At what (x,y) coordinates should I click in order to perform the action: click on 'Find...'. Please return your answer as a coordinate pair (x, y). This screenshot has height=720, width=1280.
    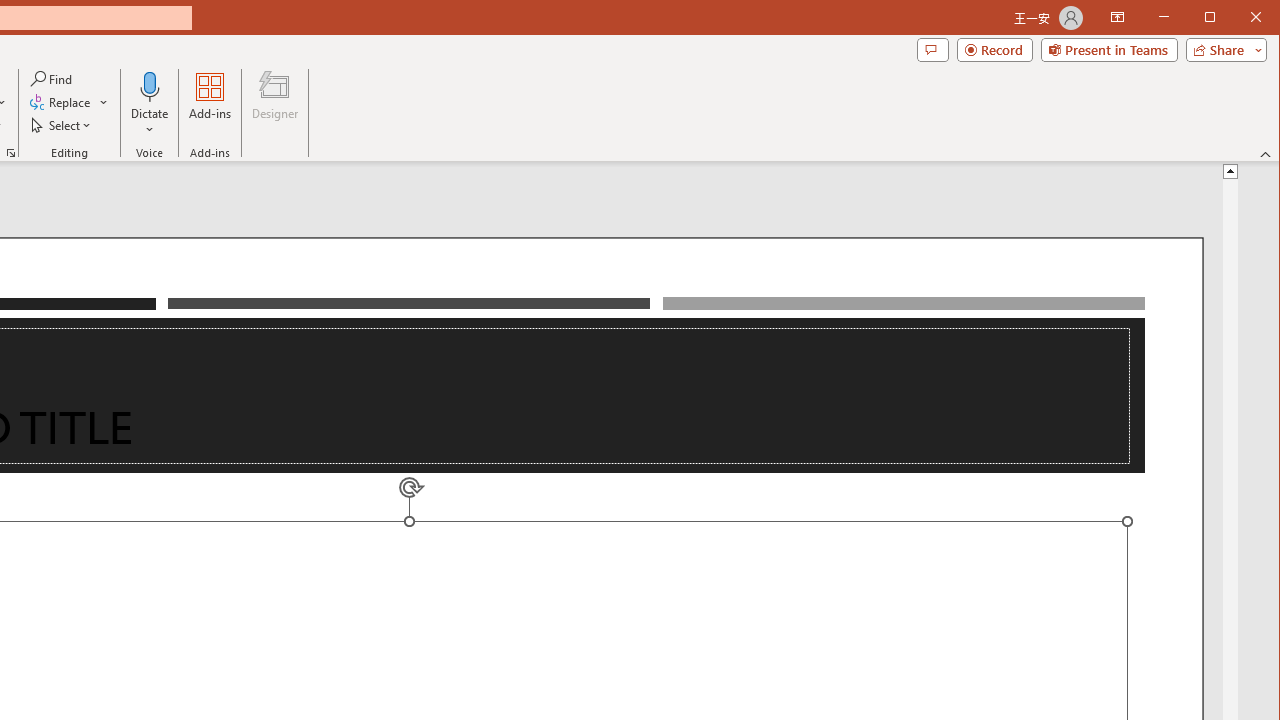
    Looking at the image, I should click on (53, 78).